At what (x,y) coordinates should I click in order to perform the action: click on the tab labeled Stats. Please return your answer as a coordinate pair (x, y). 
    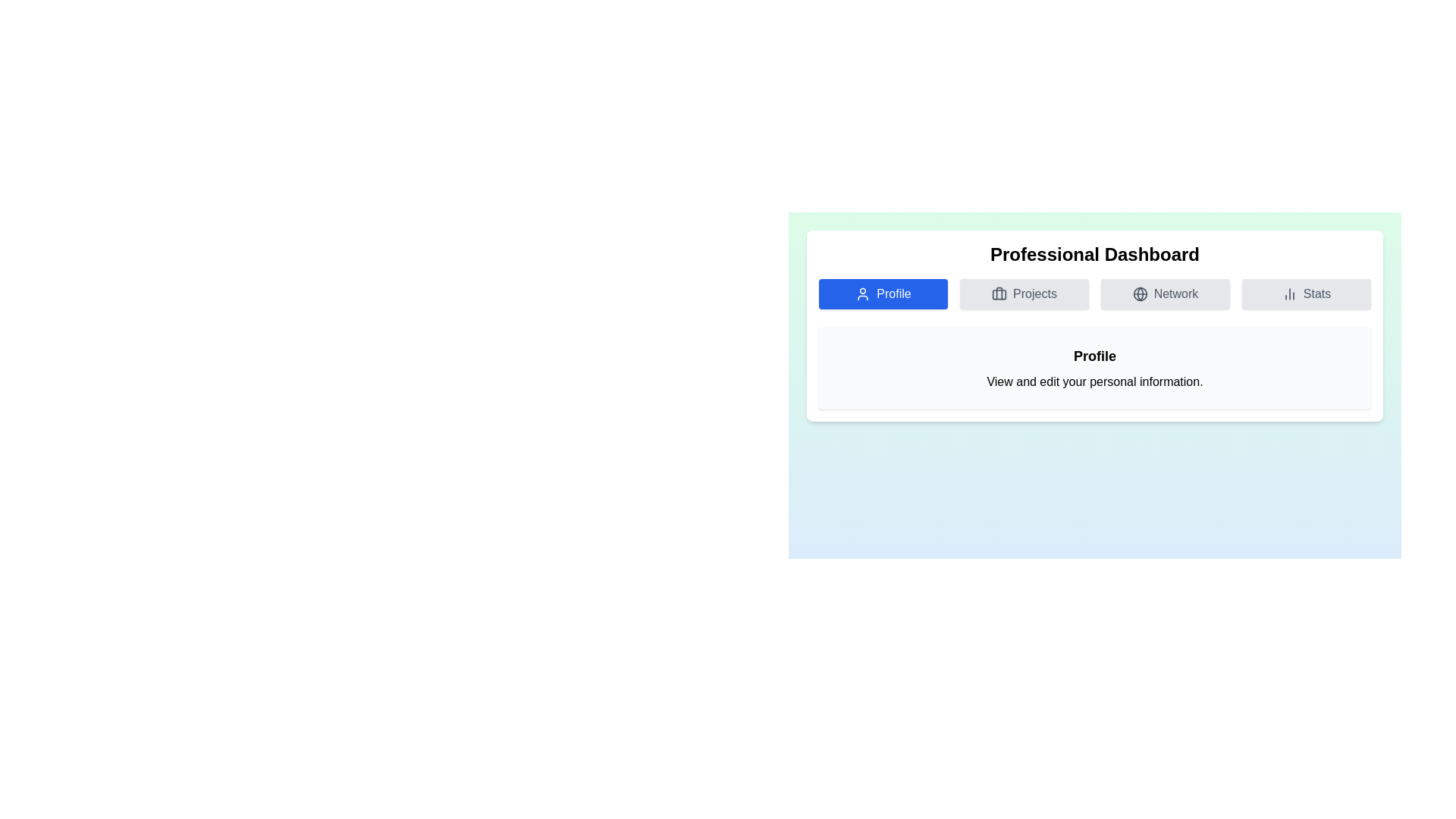
    Looking at the image, I should click on (1306, 294).